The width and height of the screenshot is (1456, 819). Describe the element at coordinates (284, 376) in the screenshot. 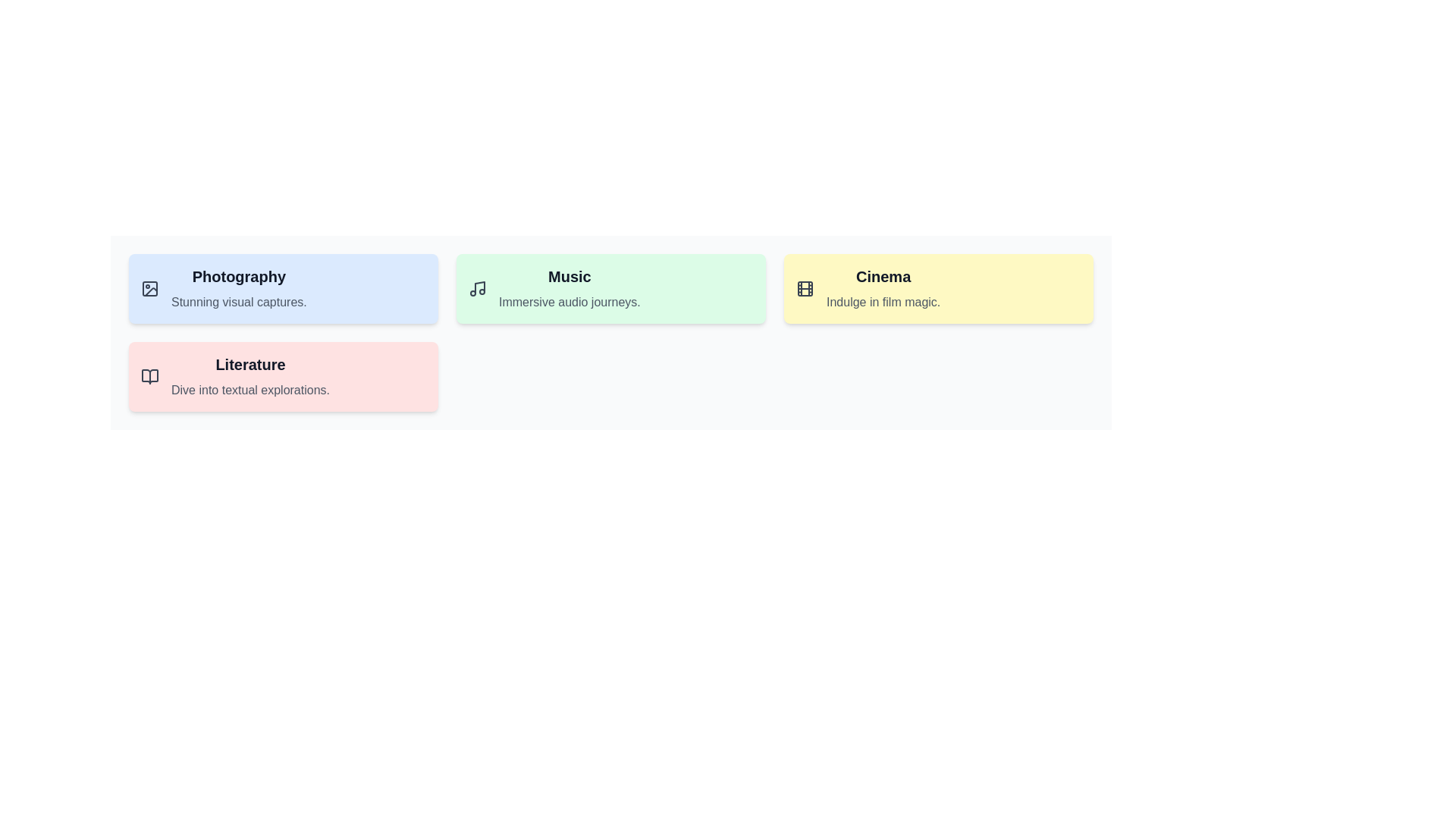

I see `the 'Literature' informational category card located in the bottom row of the grid layout` at that location.